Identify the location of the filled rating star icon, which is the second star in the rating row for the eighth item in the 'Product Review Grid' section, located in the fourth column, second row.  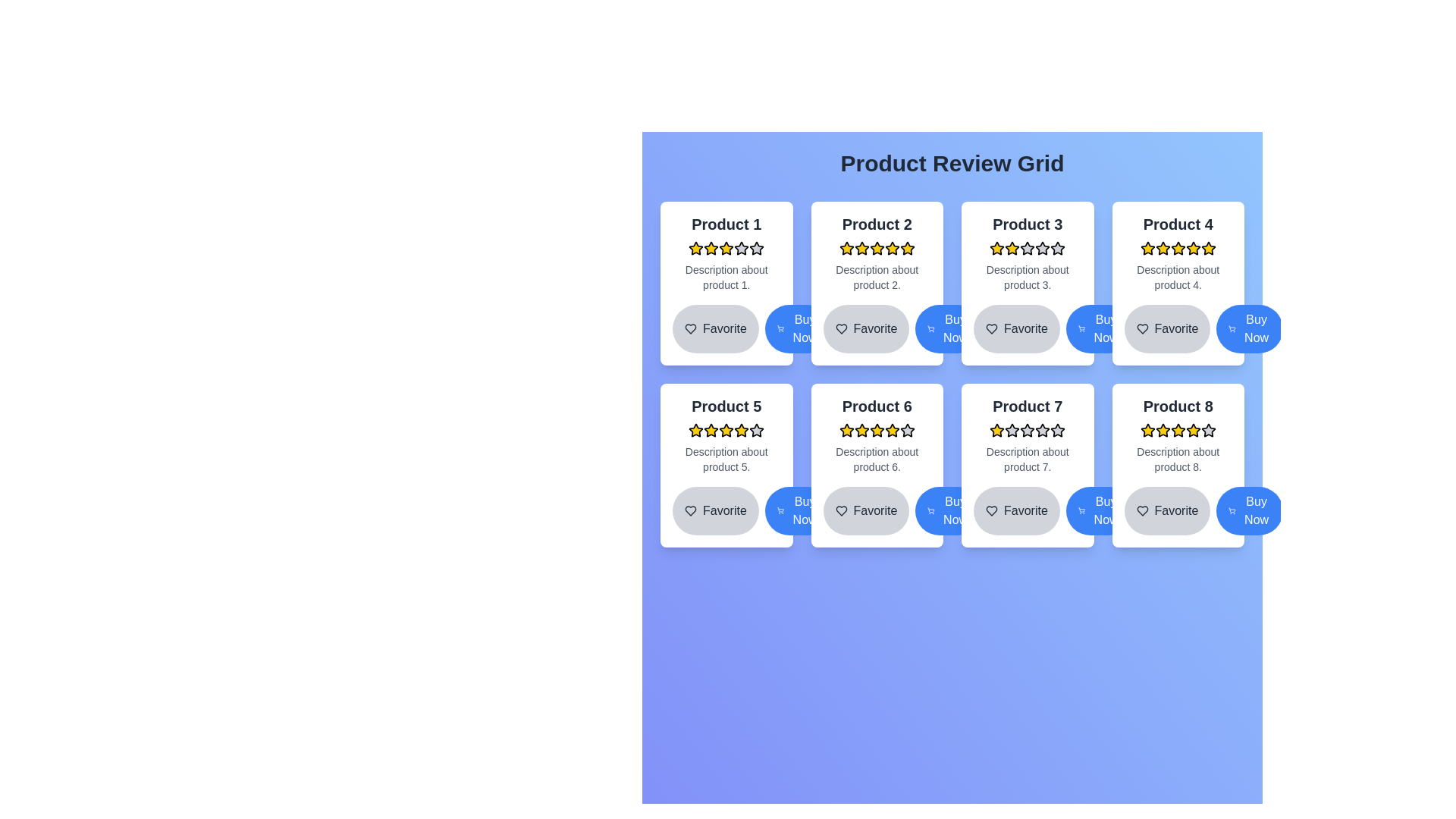
(1162, 430).